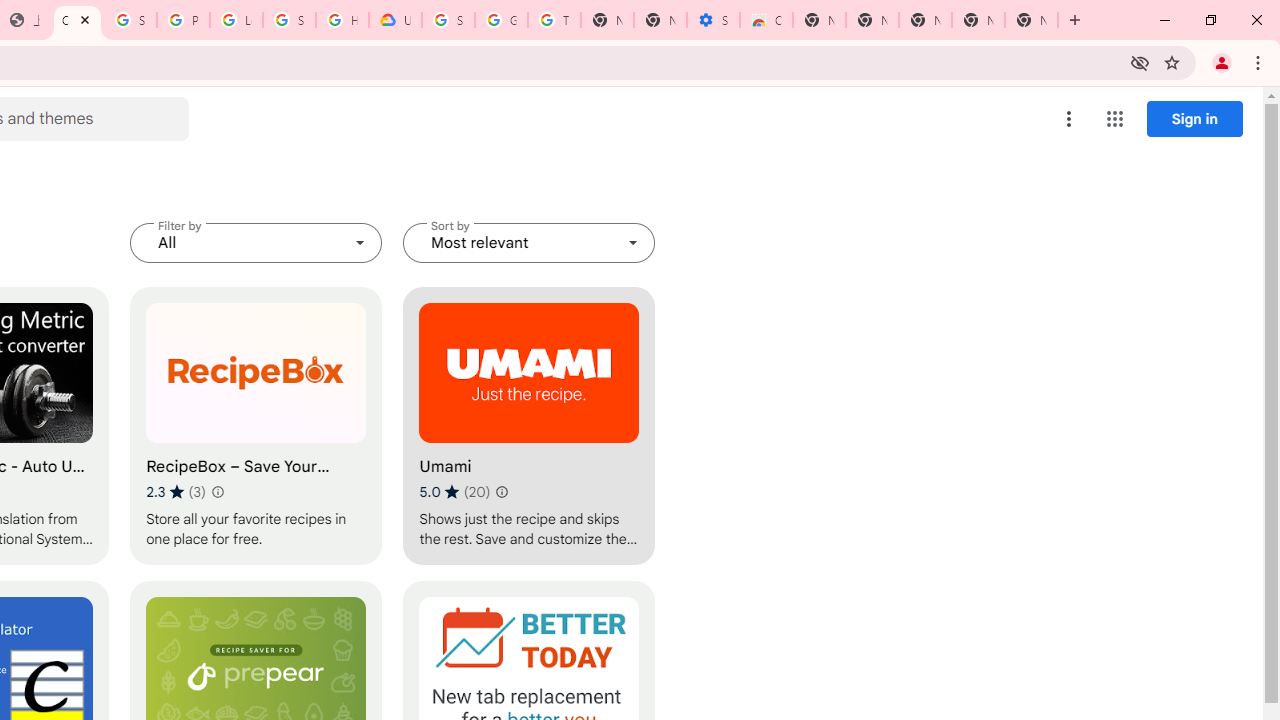 The width and height of the screenshot is (1280, 720). I want to click on 'Sign in - Google Accounts', so click(129, 20).